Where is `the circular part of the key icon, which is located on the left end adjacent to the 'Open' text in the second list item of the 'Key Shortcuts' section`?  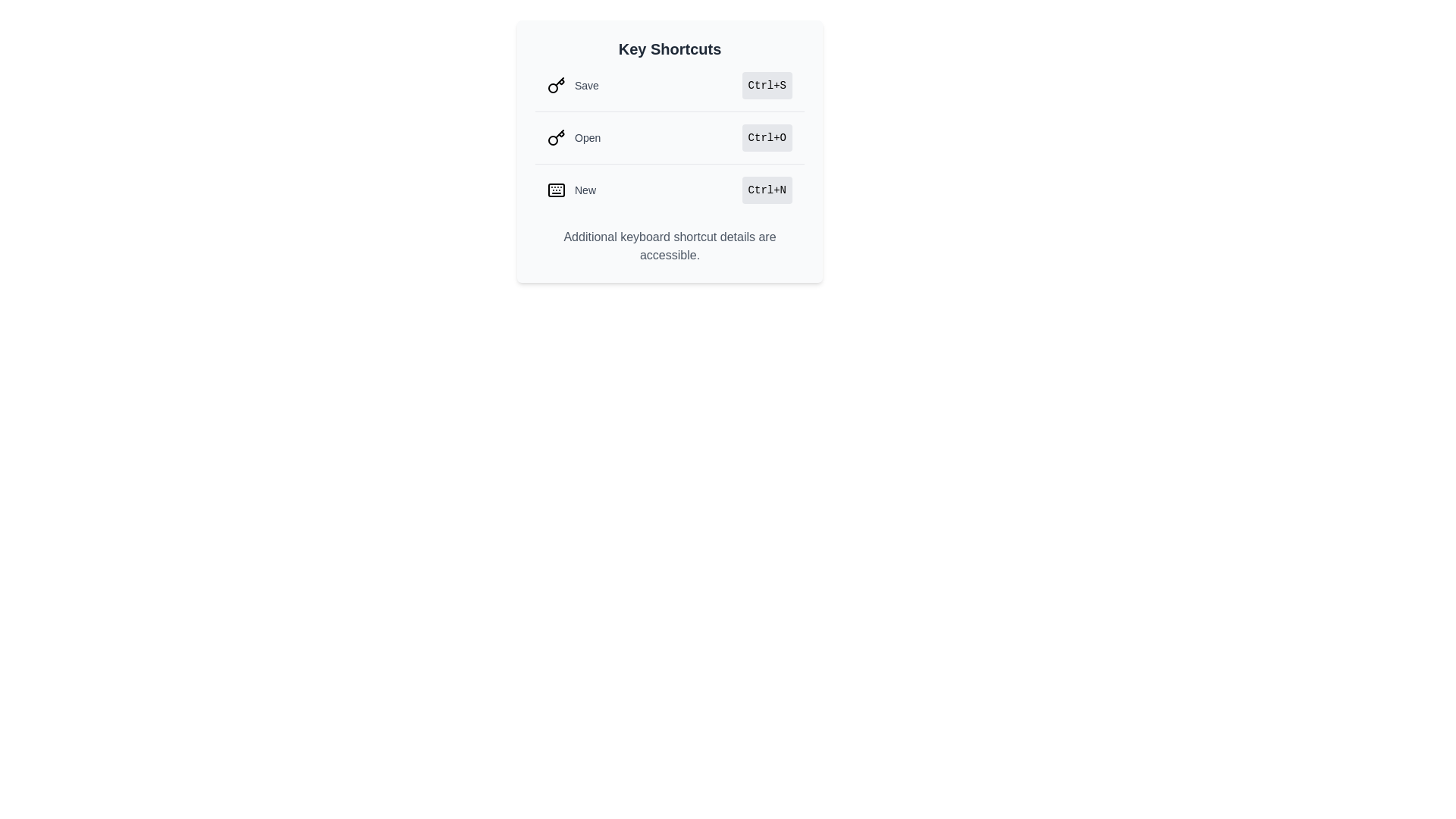
the circular part of the key icon, which is located on the left end adjacent to the 'Open' text in the second list item of the 'Key Shortcuts' section is located at coordinates (552, 140).